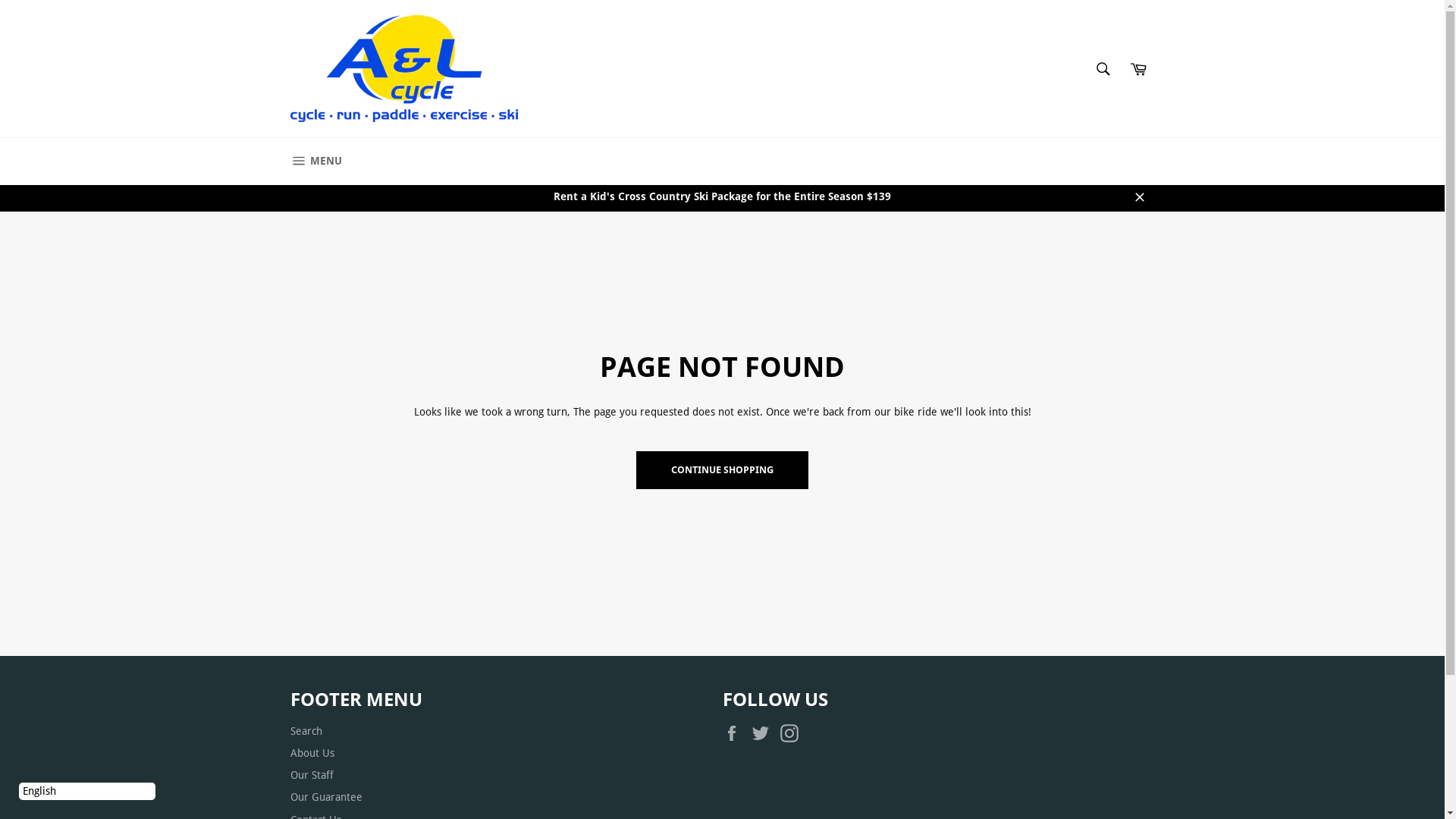  Describe the element at coordinates (1138, 69) in the screenshot. I see `'Cart'` at that location.